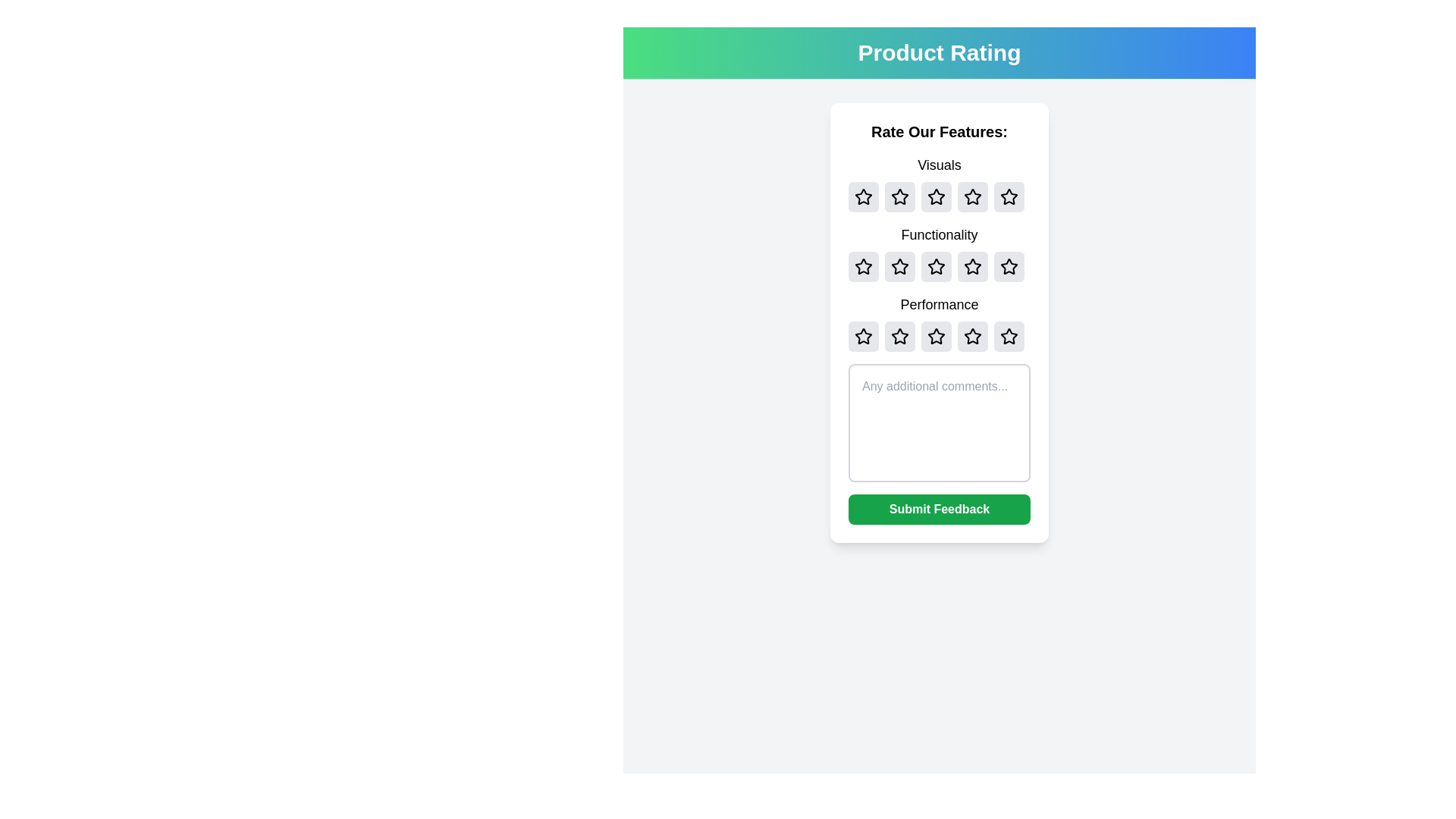 This screenshot has height=819, width=1456. Describe the element at coordinates (972, 196) in the screenshot. I see `the star icon` at that location.